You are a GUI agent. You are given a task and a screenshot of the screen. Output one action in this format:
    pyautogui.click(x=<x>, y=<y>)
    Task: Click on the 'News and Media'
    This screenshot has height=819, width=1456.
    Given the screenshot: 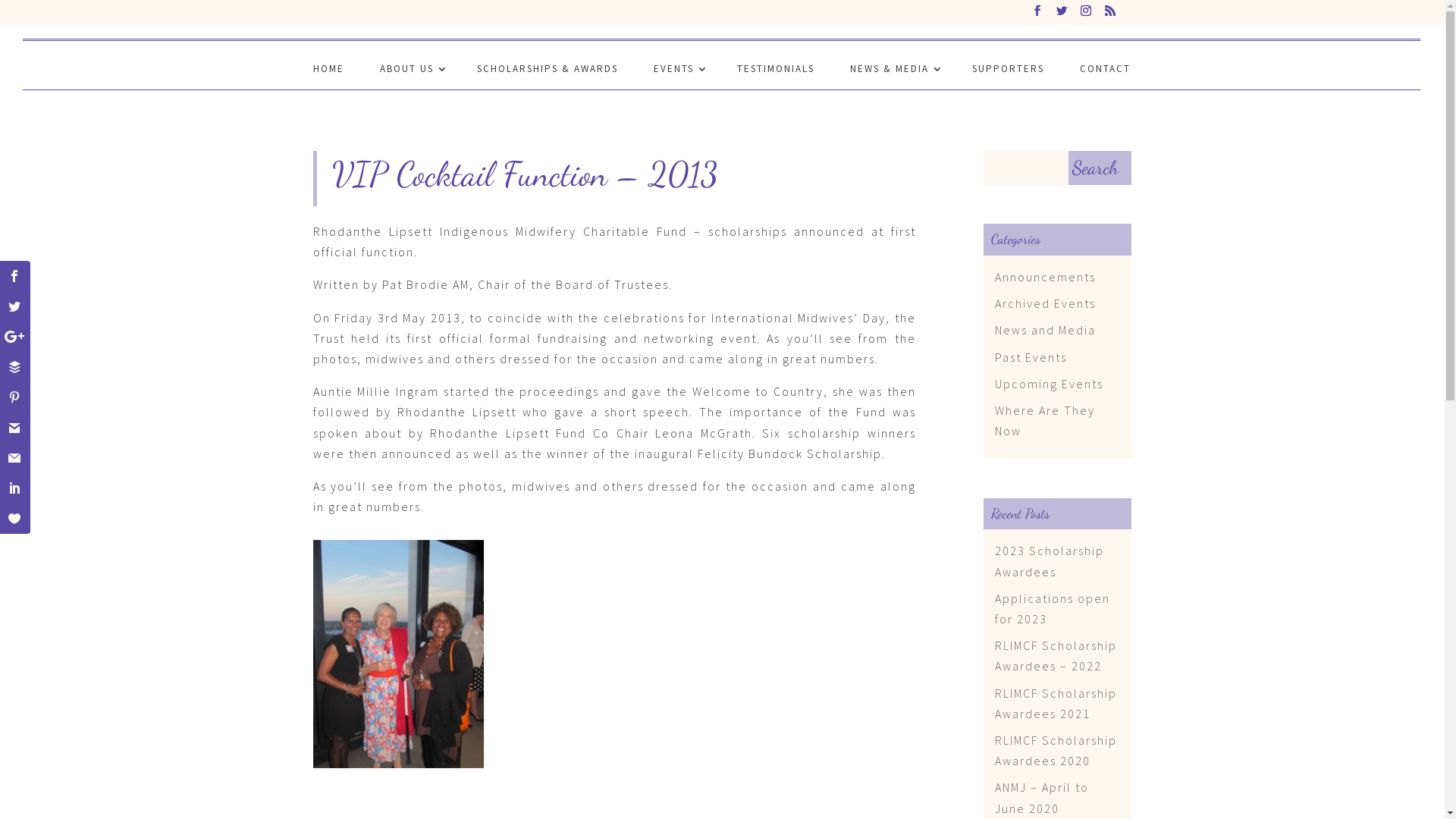 What is the action you would take?
    pyautogui.click(x=1044, y=329)
    